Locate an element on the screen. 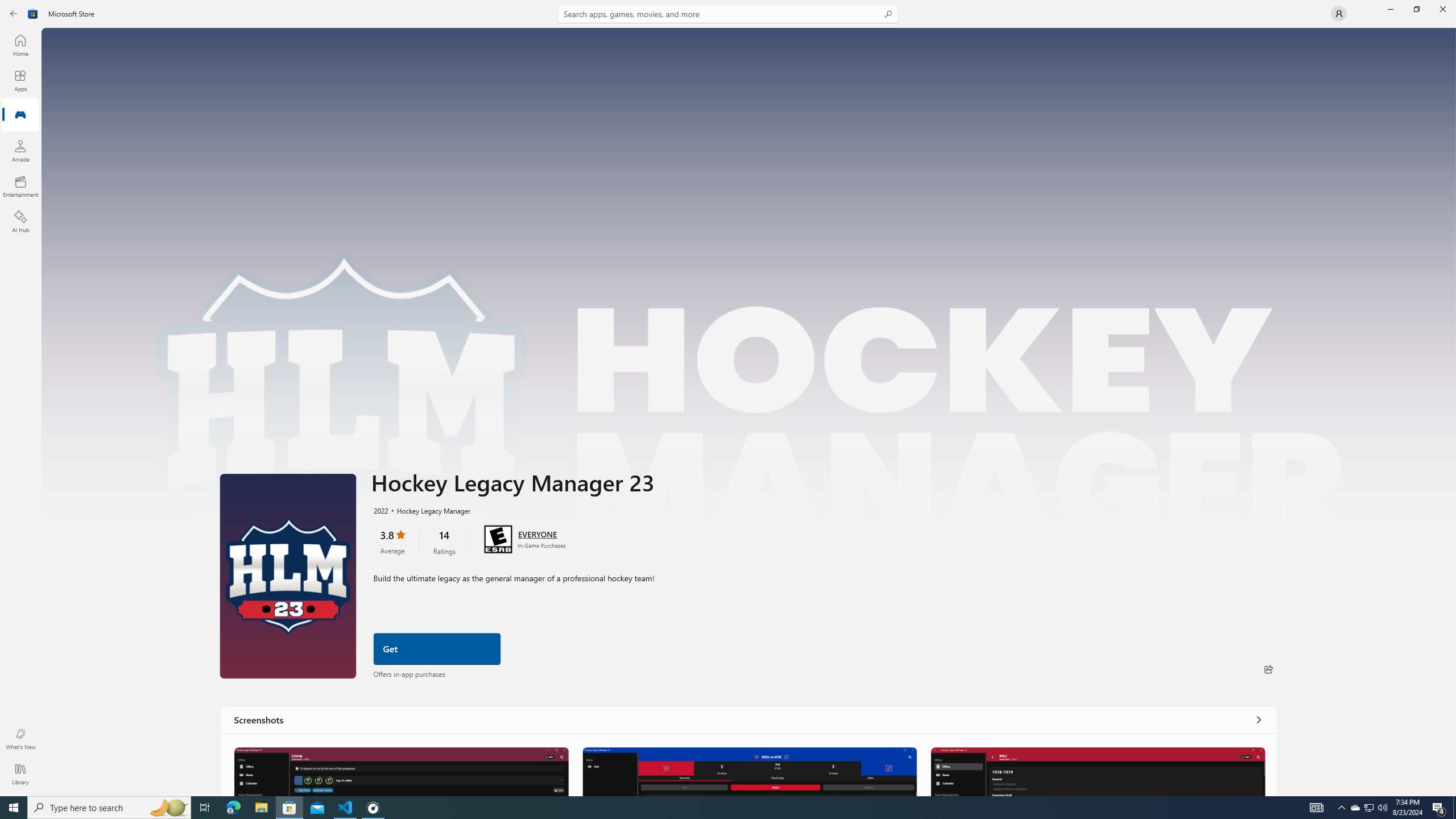 Image resolution: width=1456 pixels, height=819 pixels. 'AI Hub' is located at coordinates (19, 221).